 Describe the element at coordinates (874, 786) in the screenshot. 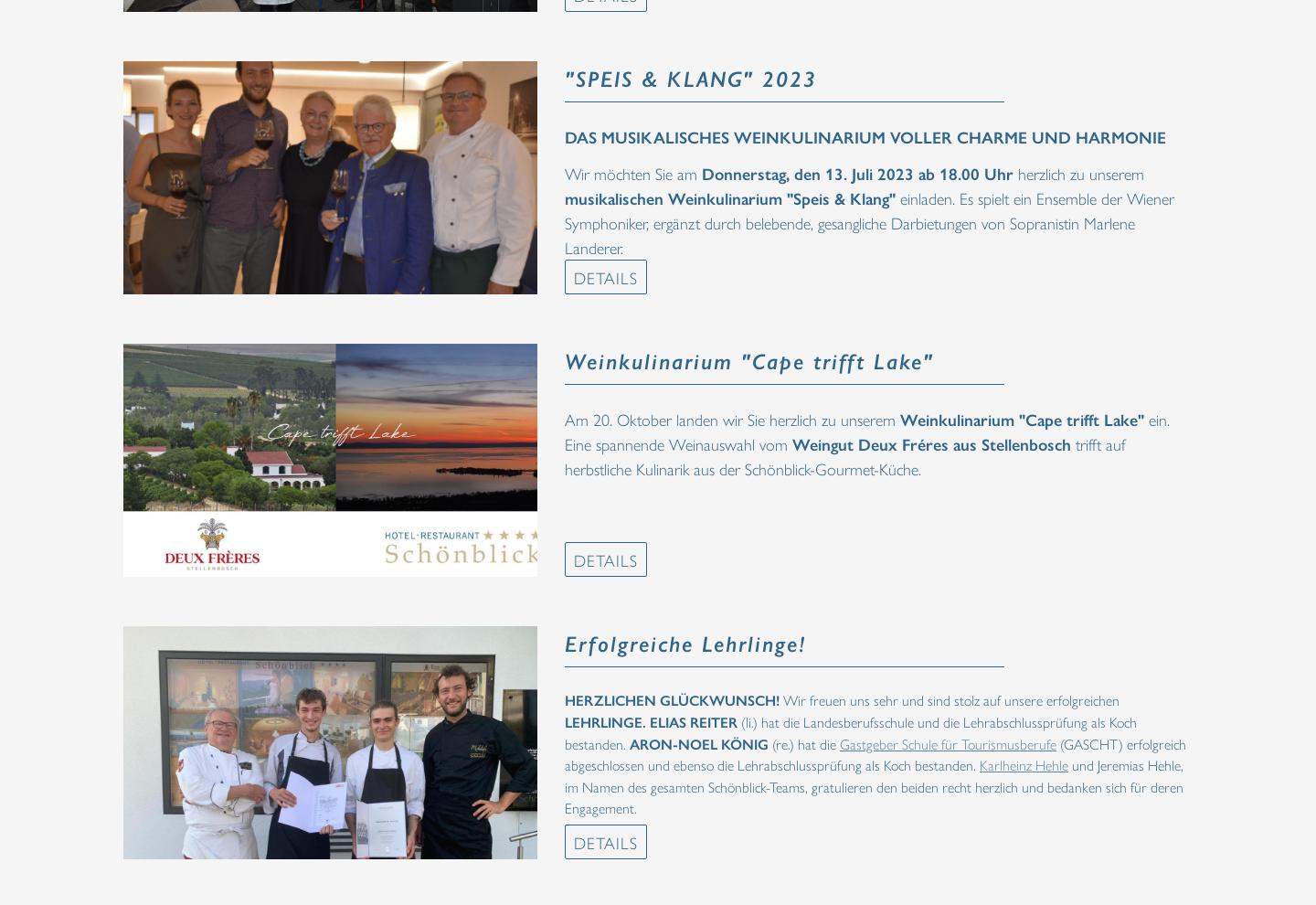

I see `'und Jeremias Hehle, im Namen des gesamten Schönblick-Teams, gratulieren den beiden recht herzlich und bedanken sich für deren Engagement.'` at that location.